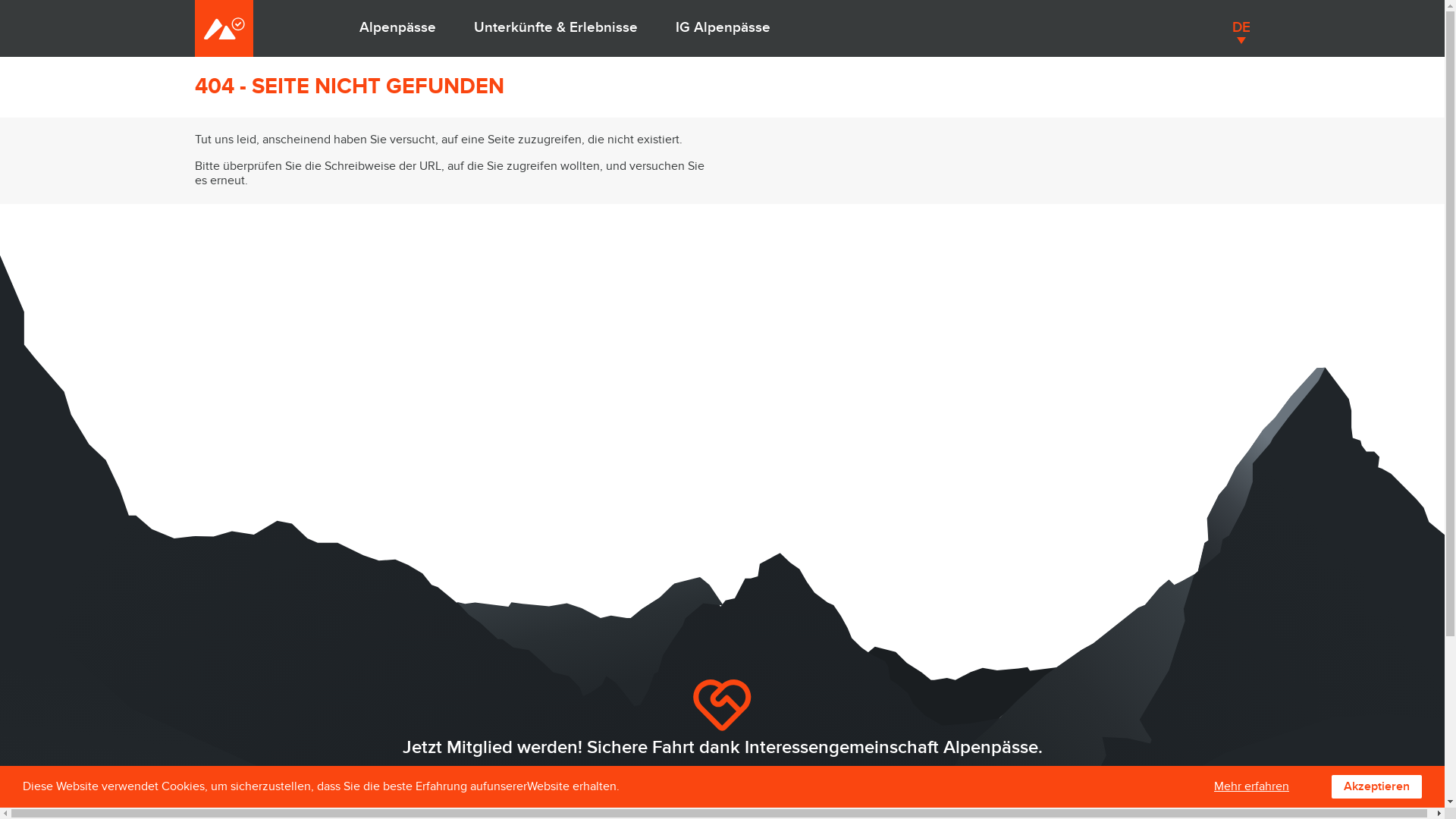 This screenshot has width=1456, height=819. What do you see at coordinates (1376, 786) in the screenshot?
I see `'Akzeptieren'` at bounding box center [1376, 786].